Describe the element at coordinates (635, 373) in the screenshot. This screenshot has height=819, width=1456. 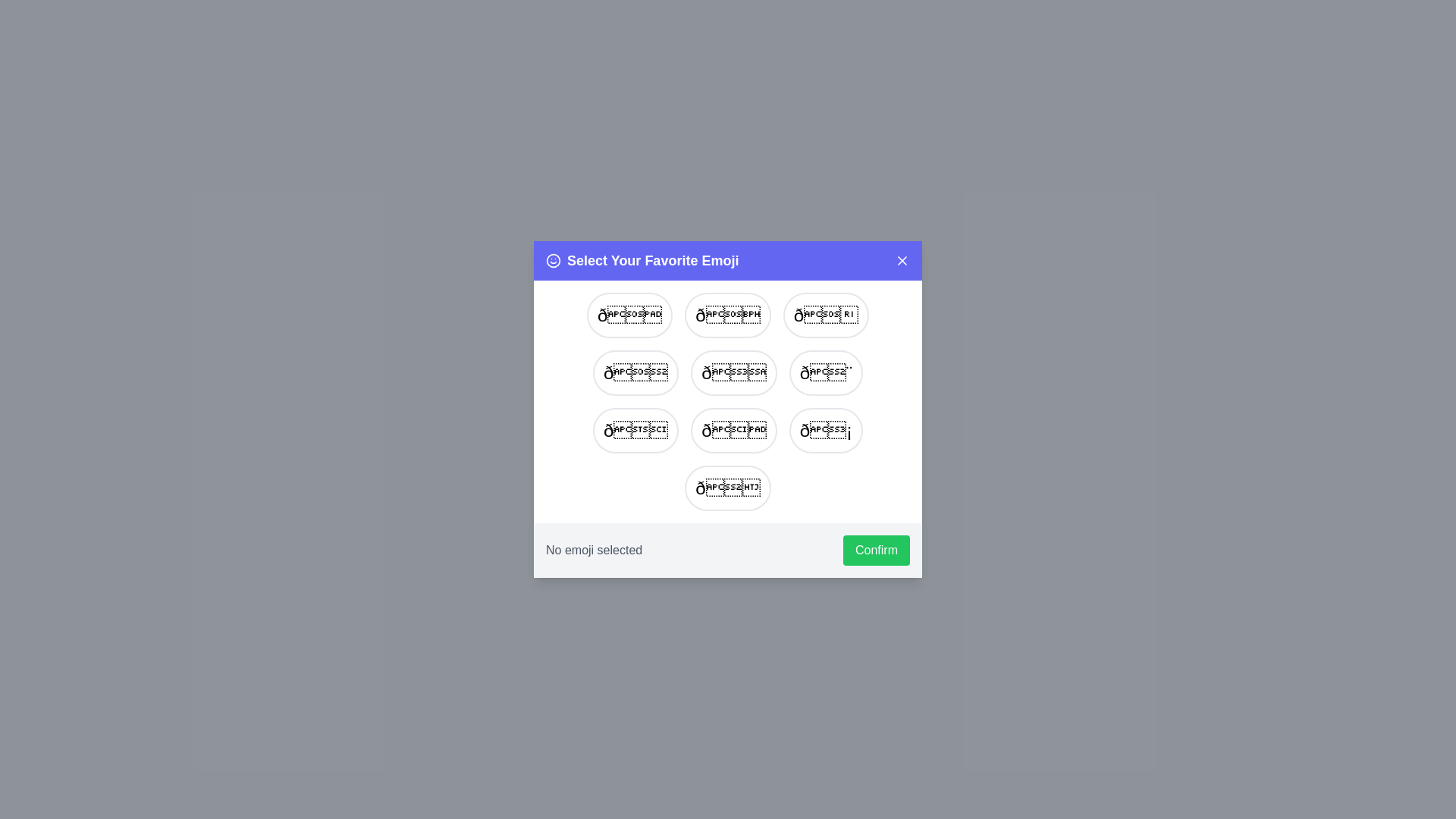
I see `the emoji 😎 from the list` at that location.